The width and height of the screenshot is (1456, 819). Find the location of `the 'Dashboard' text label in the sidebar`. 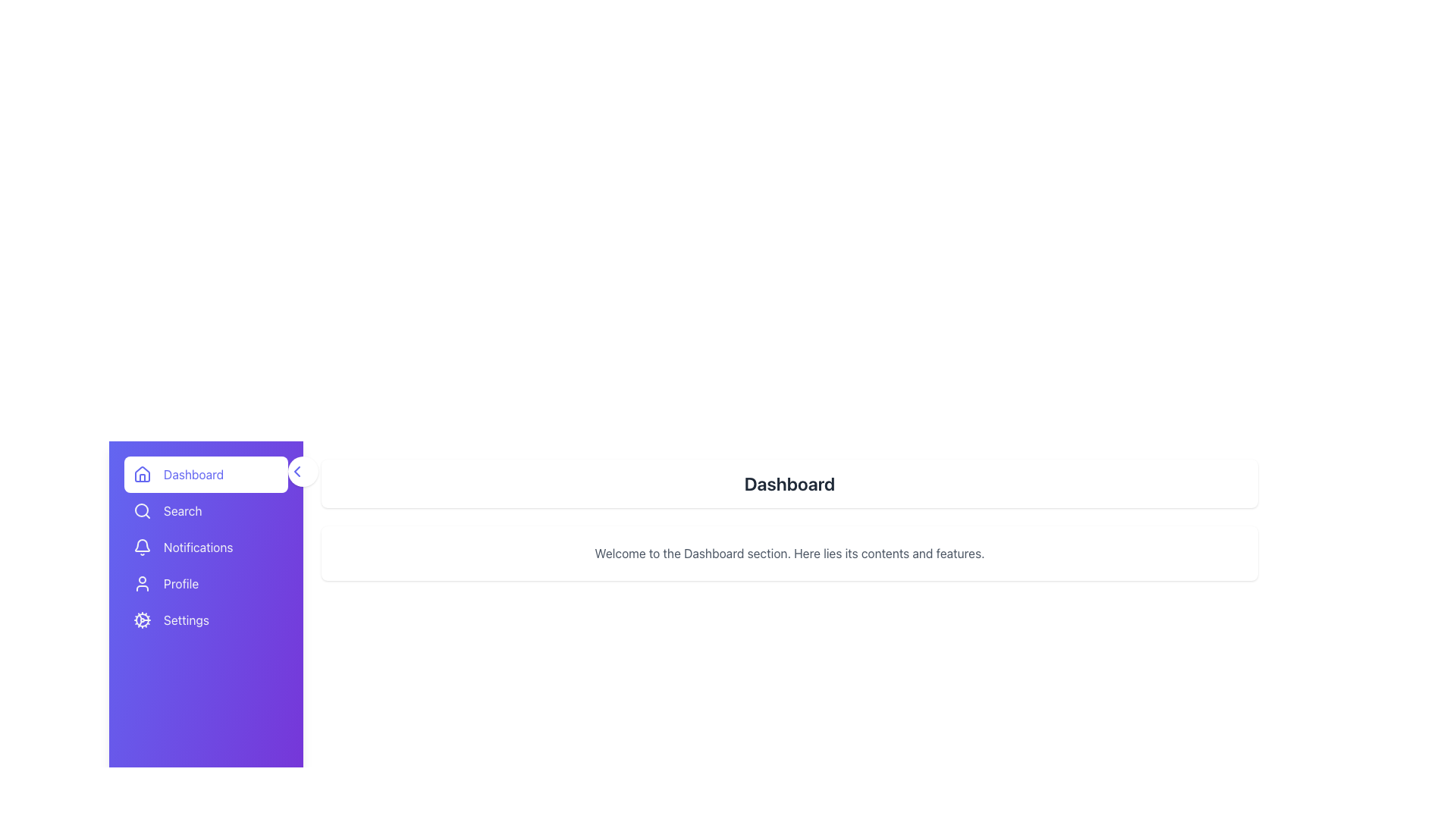

the 'Dashboard' text label in the sidebar is located at coordinates (193, 473).